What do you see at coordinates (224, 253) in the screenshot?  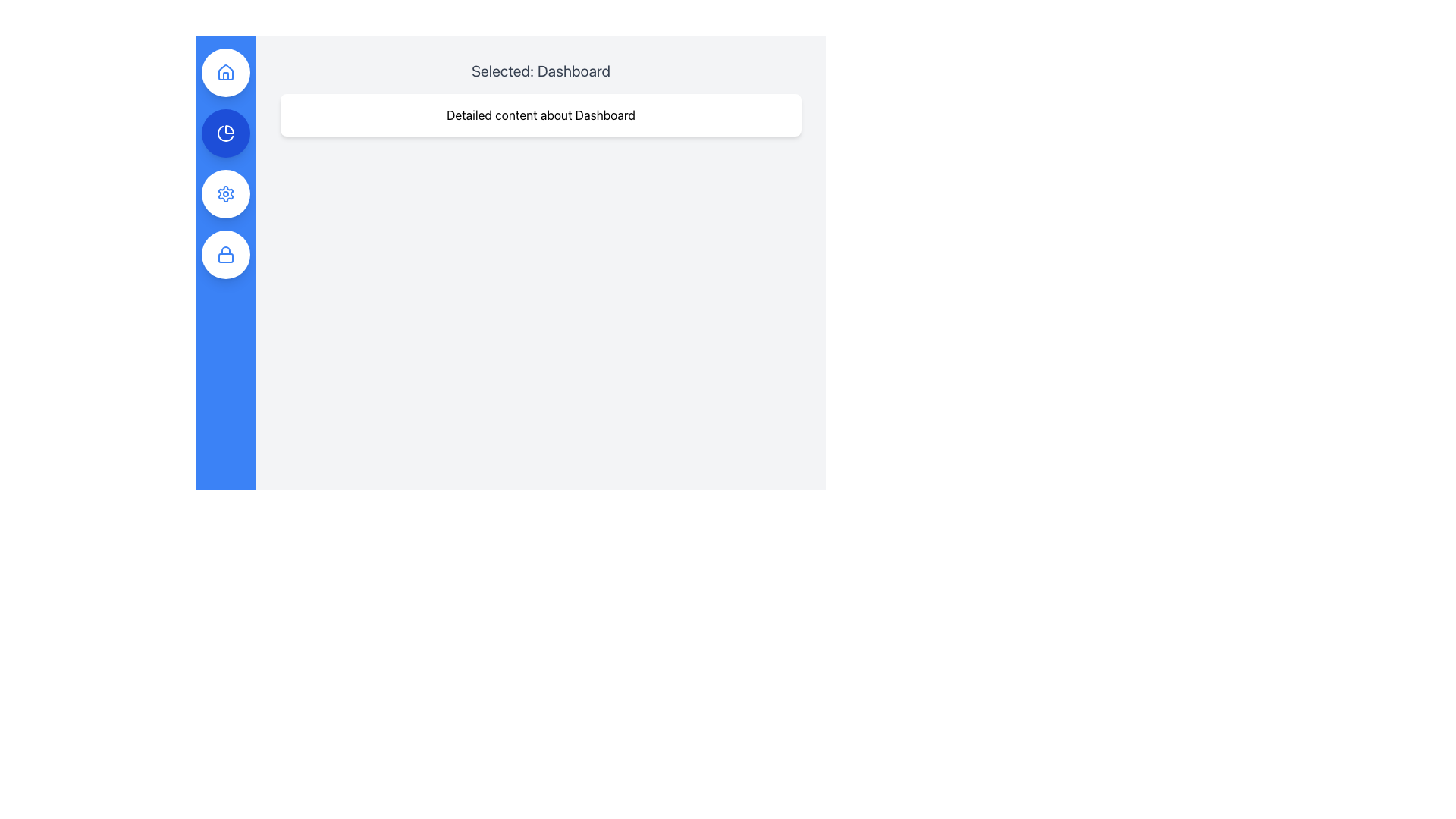 I see `the fourth button in the vertical list on the left sidebar, which navigates to a secure section of the application` at bounding box center [224, 253].